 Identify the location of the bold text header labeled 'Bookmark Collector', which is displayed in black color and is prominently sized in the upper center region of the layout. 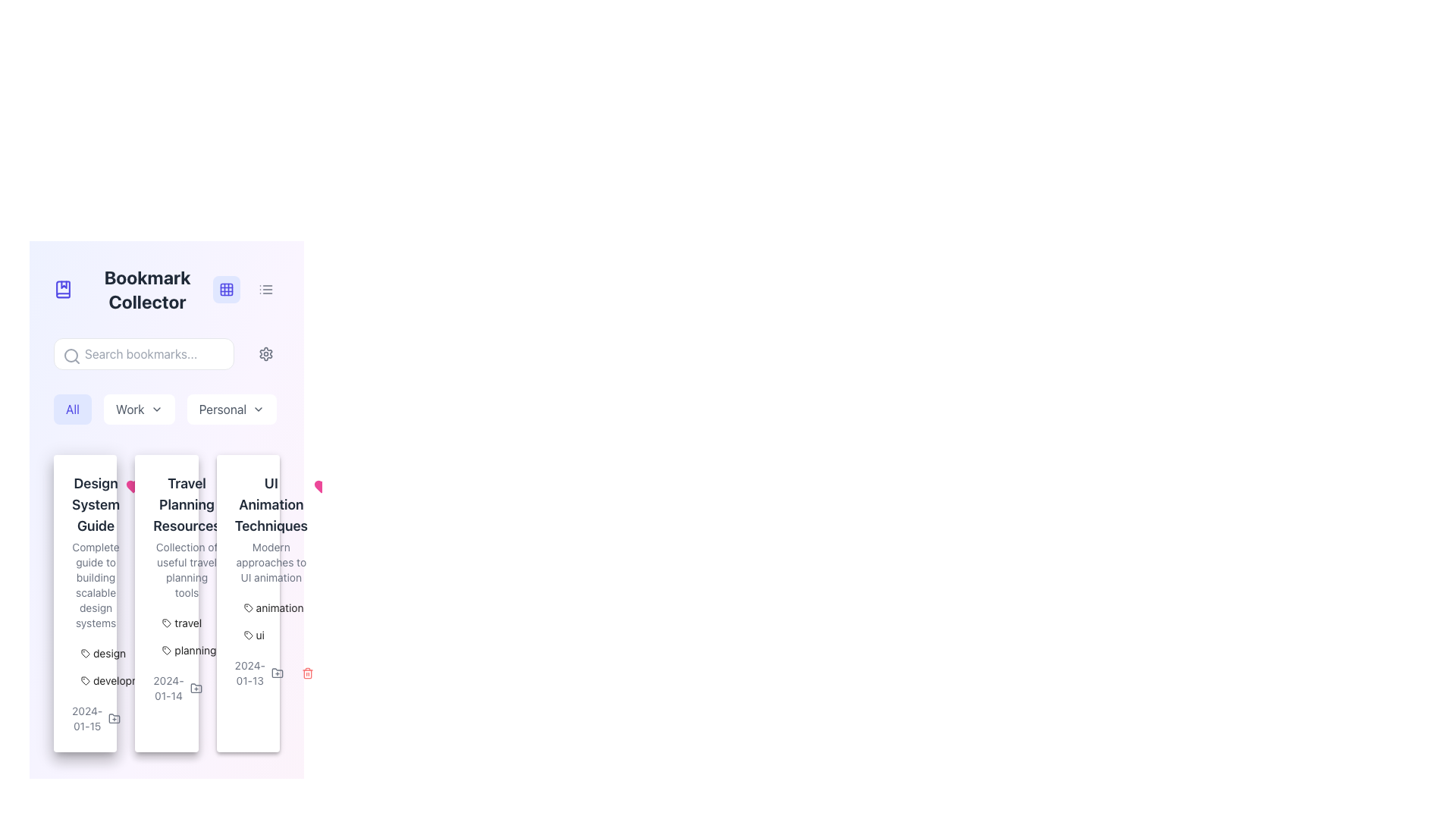
(147, 289).